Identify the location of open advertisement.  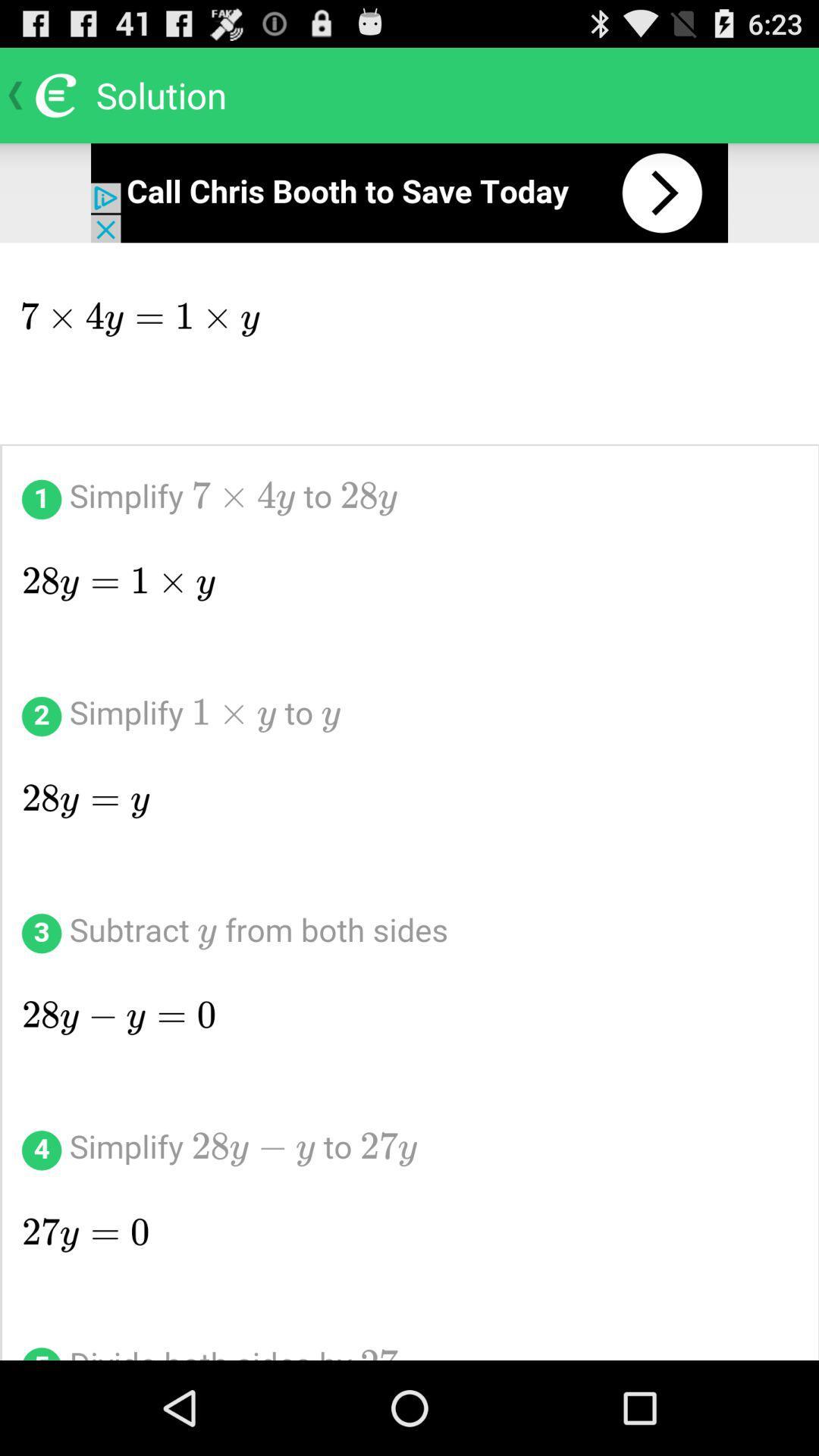
(409, 192).